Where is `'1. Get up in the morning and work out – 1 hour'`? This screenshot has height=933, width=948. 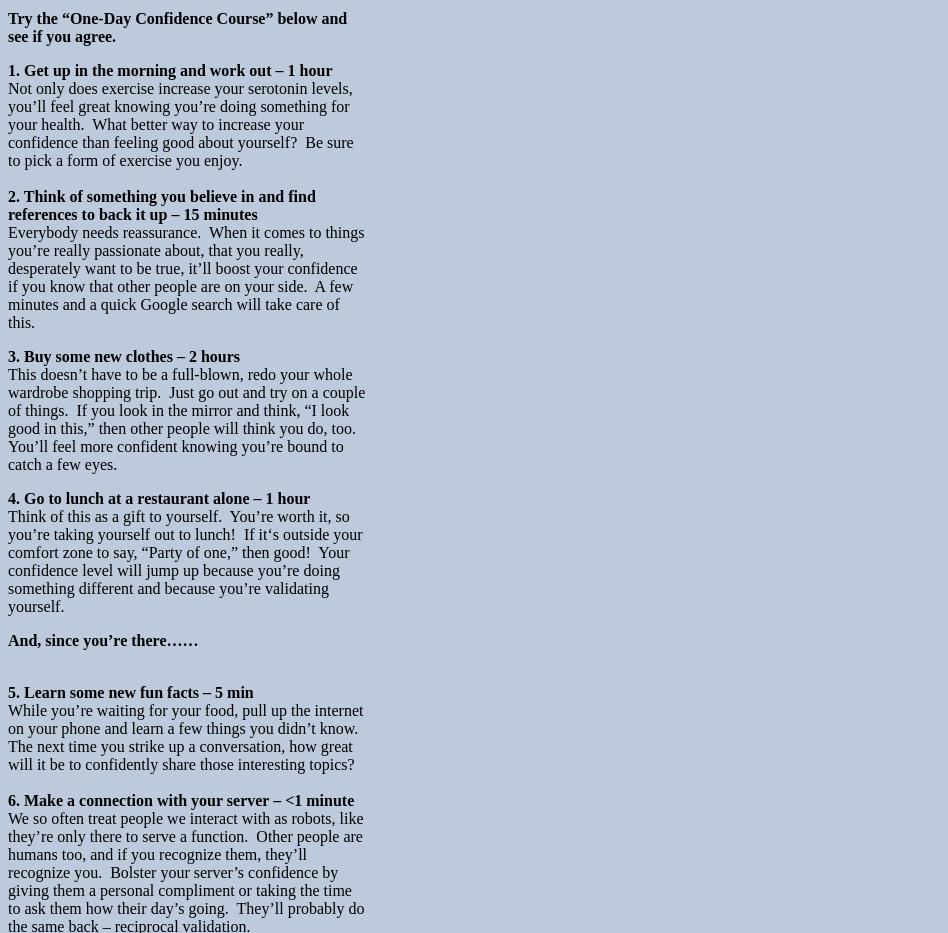
'1. Get up in the morning and work out – 1 hour' is located at coordinates (168, 69).